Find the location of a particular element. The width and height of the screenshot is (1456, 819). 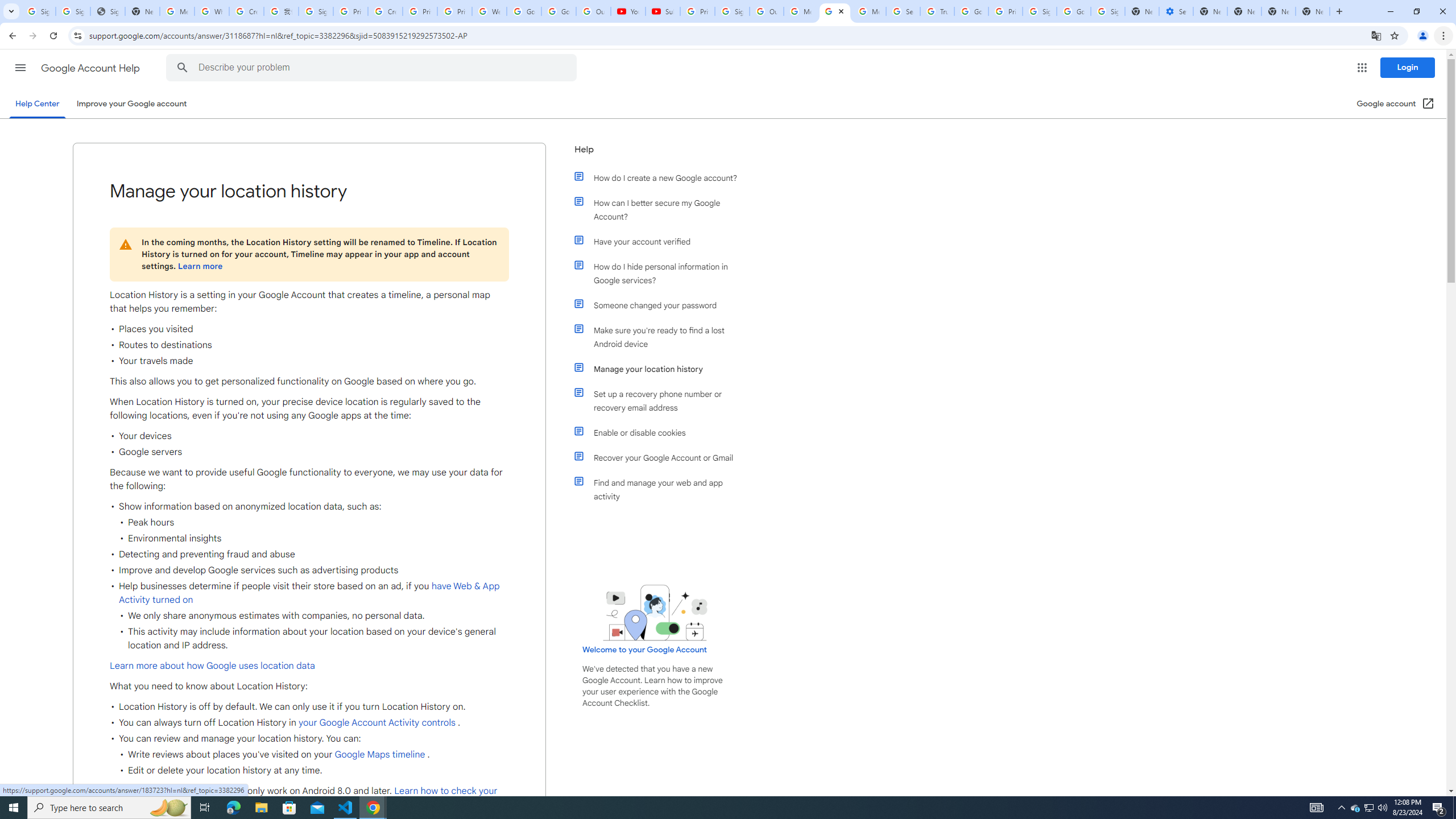

'Have your account verified' is located at coordinates (661, 241).